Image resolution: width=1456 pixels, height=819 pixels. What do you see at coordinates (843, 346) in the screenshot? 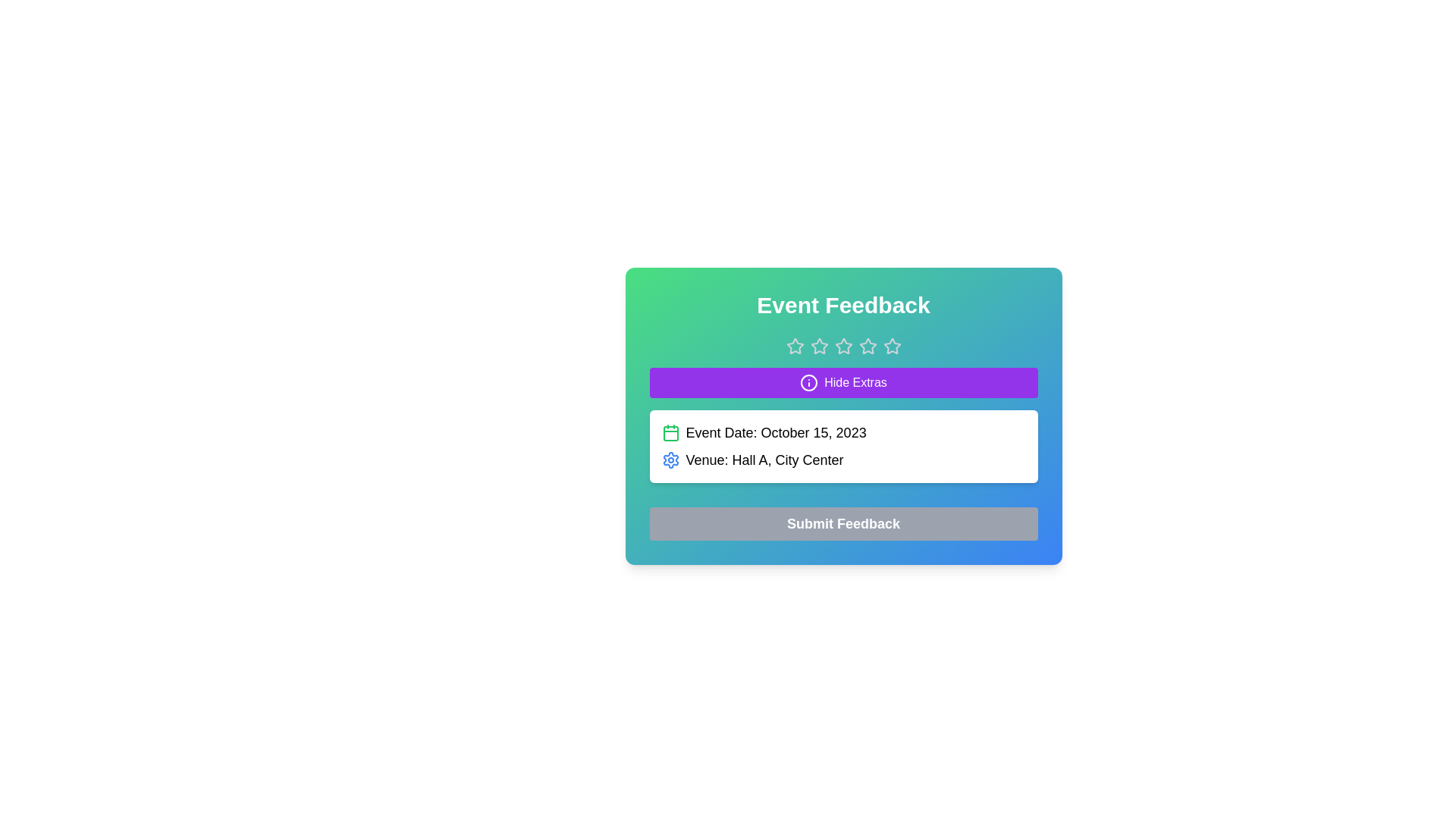
I see `the star corresponding to the desired rating 3` at bounding box center [843, 346].